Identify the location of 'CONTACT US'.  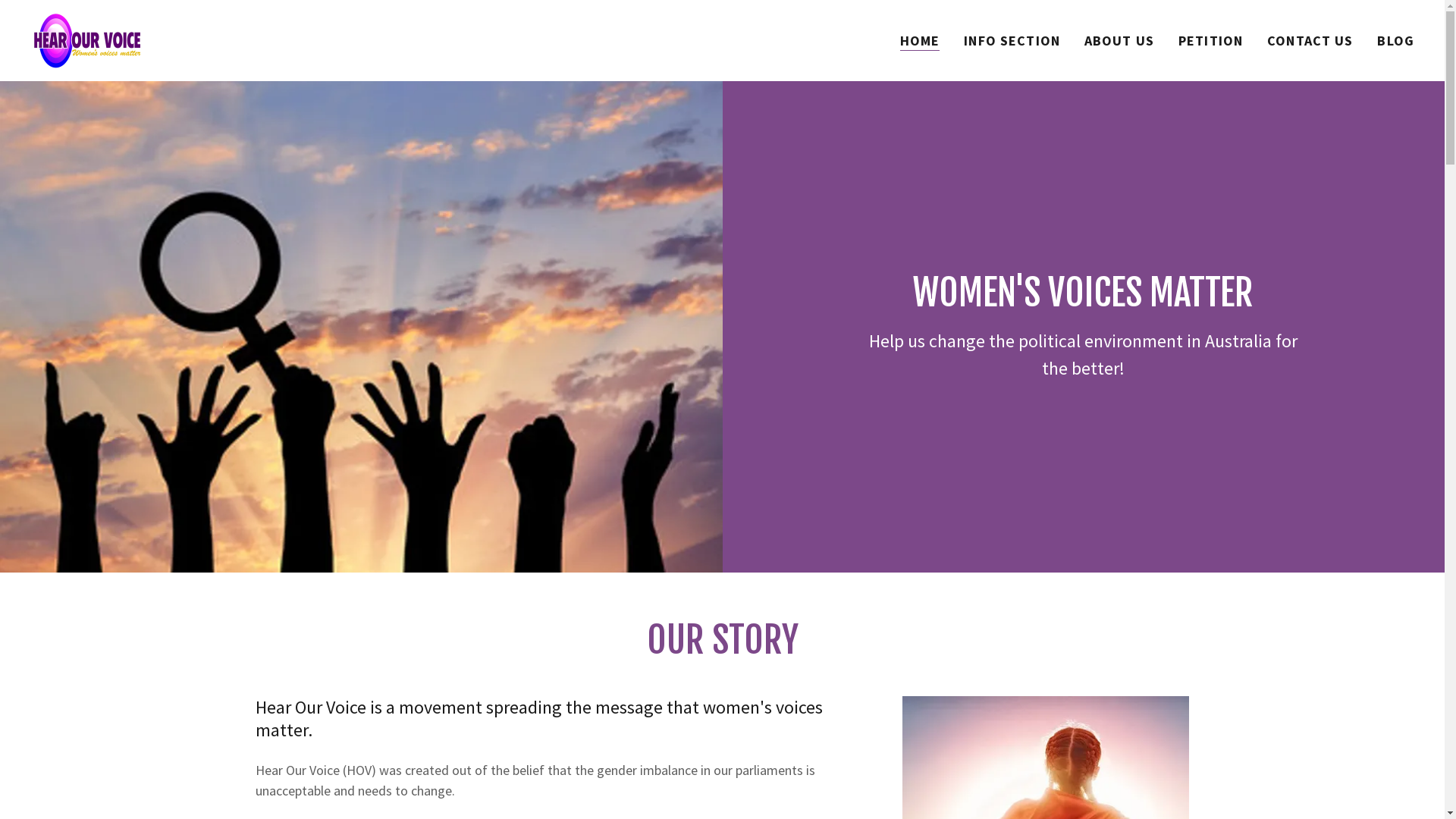
(1263, 40).